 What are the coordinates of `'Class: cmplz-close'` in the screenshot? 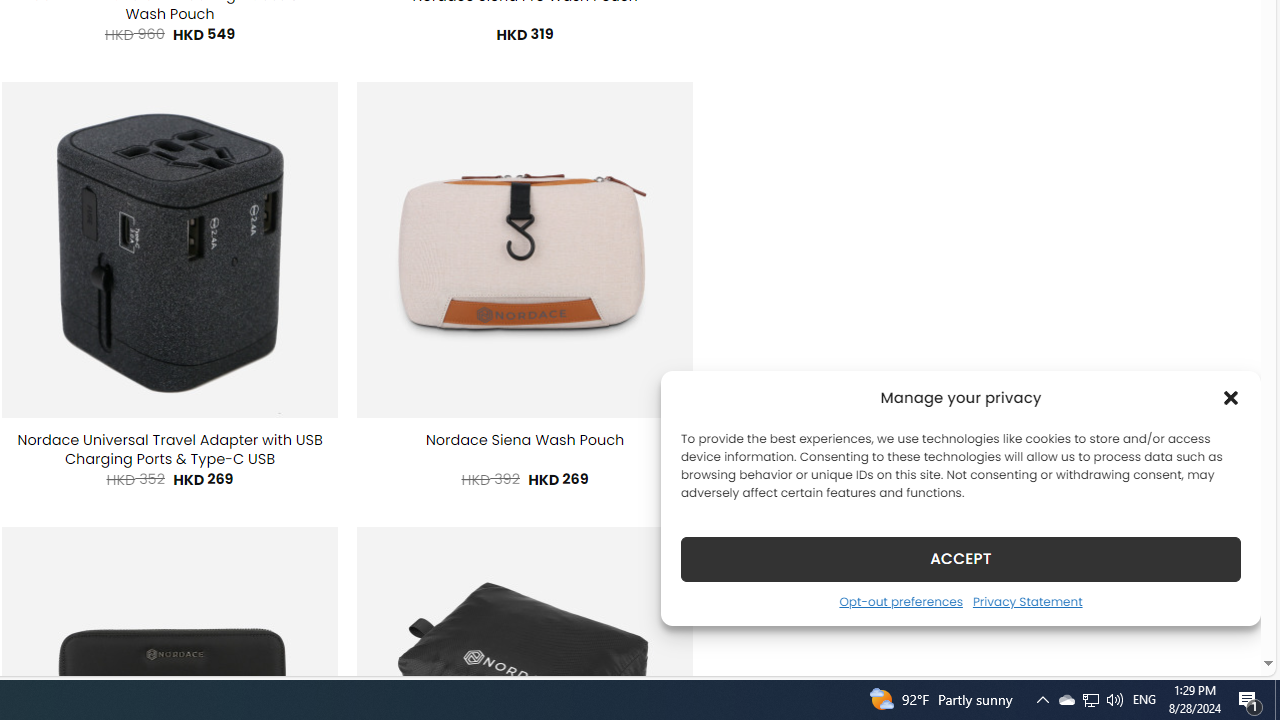 It's located at (1230, 397).